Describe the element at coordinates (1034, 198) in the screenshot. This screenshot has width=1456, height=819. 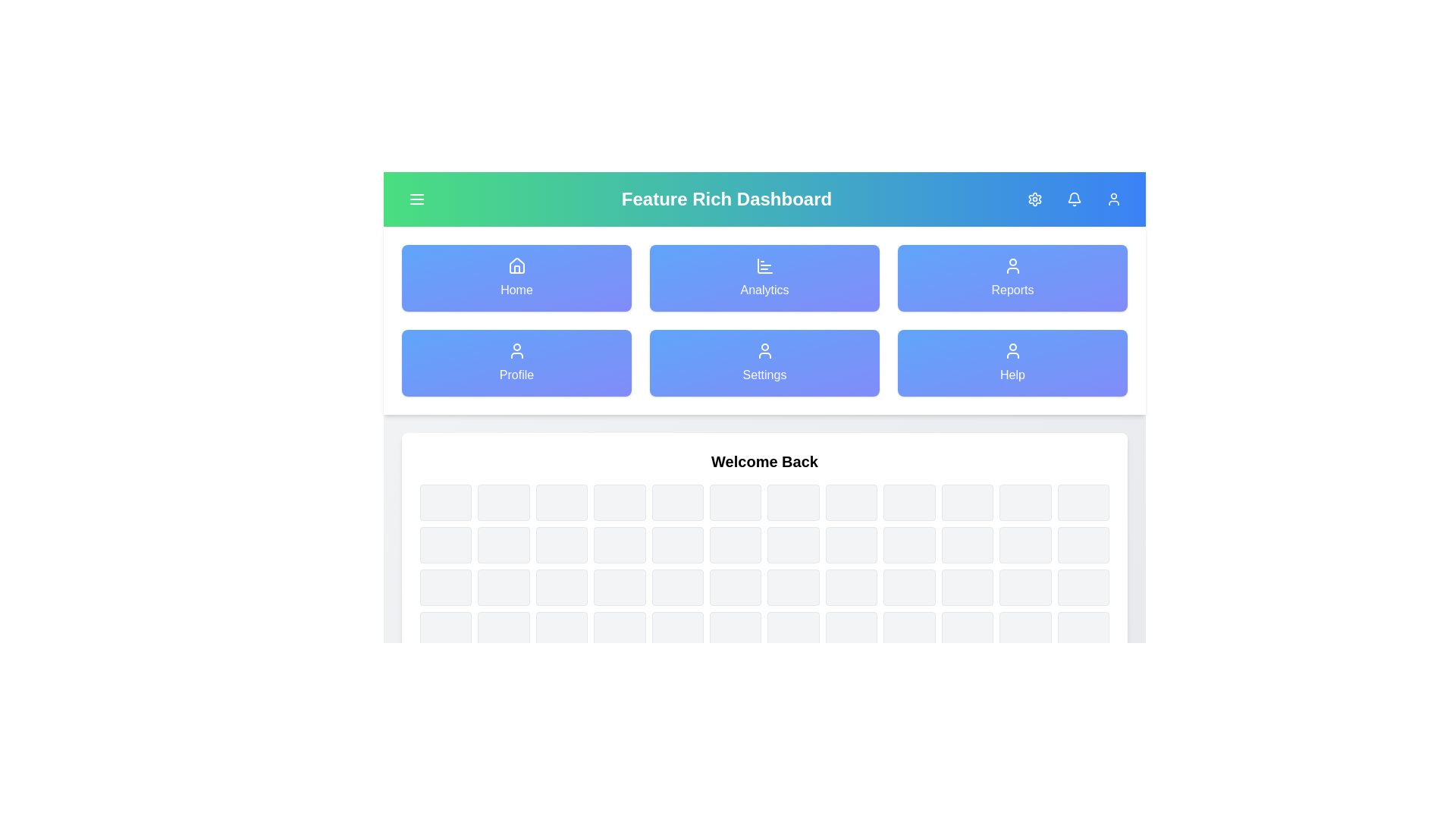
I see `'Settings' button in the app bar` at that location.